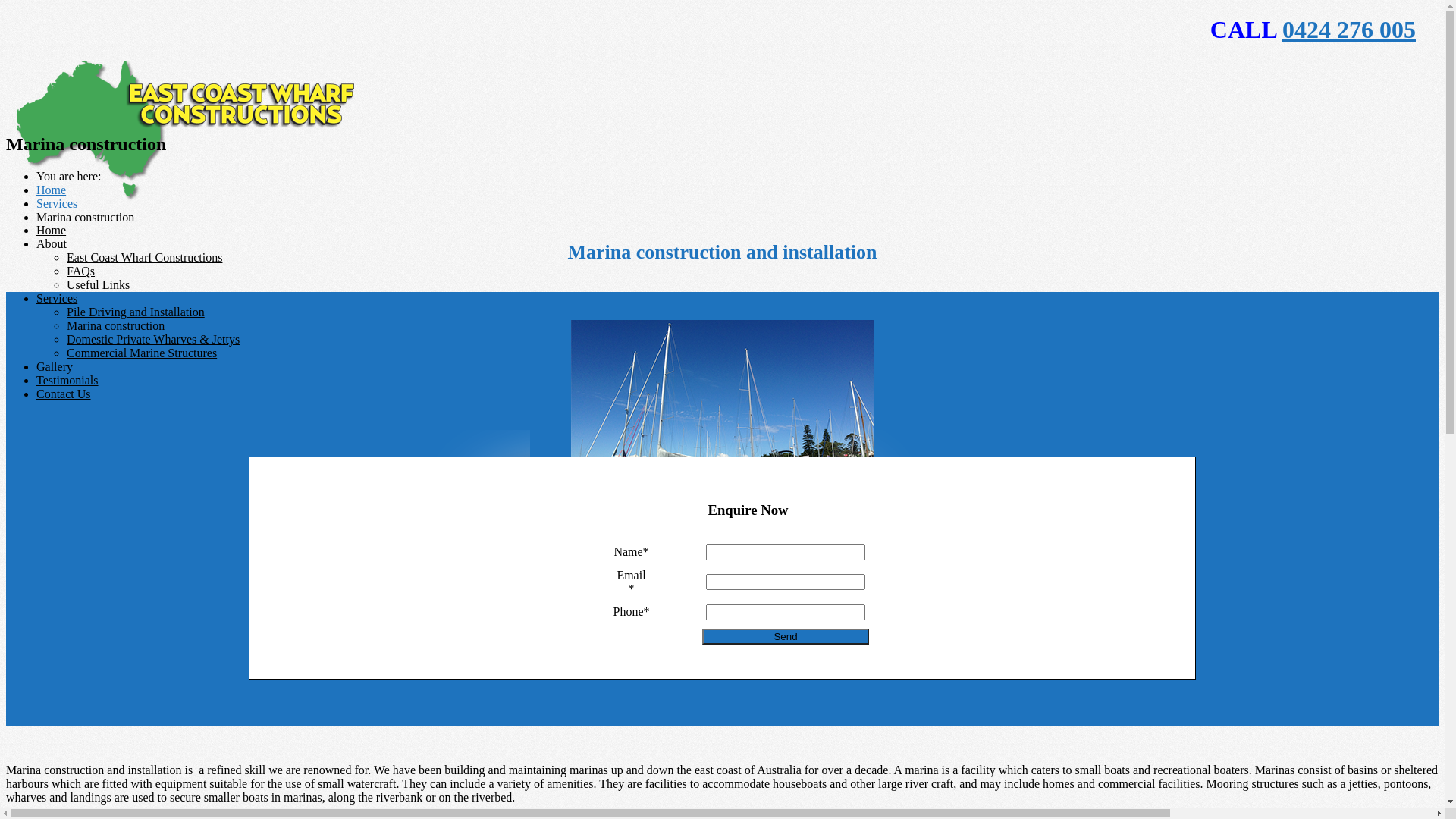  Describe the element at coordinates (57, 298) in the screenshot. I see `'Services'` at that location.